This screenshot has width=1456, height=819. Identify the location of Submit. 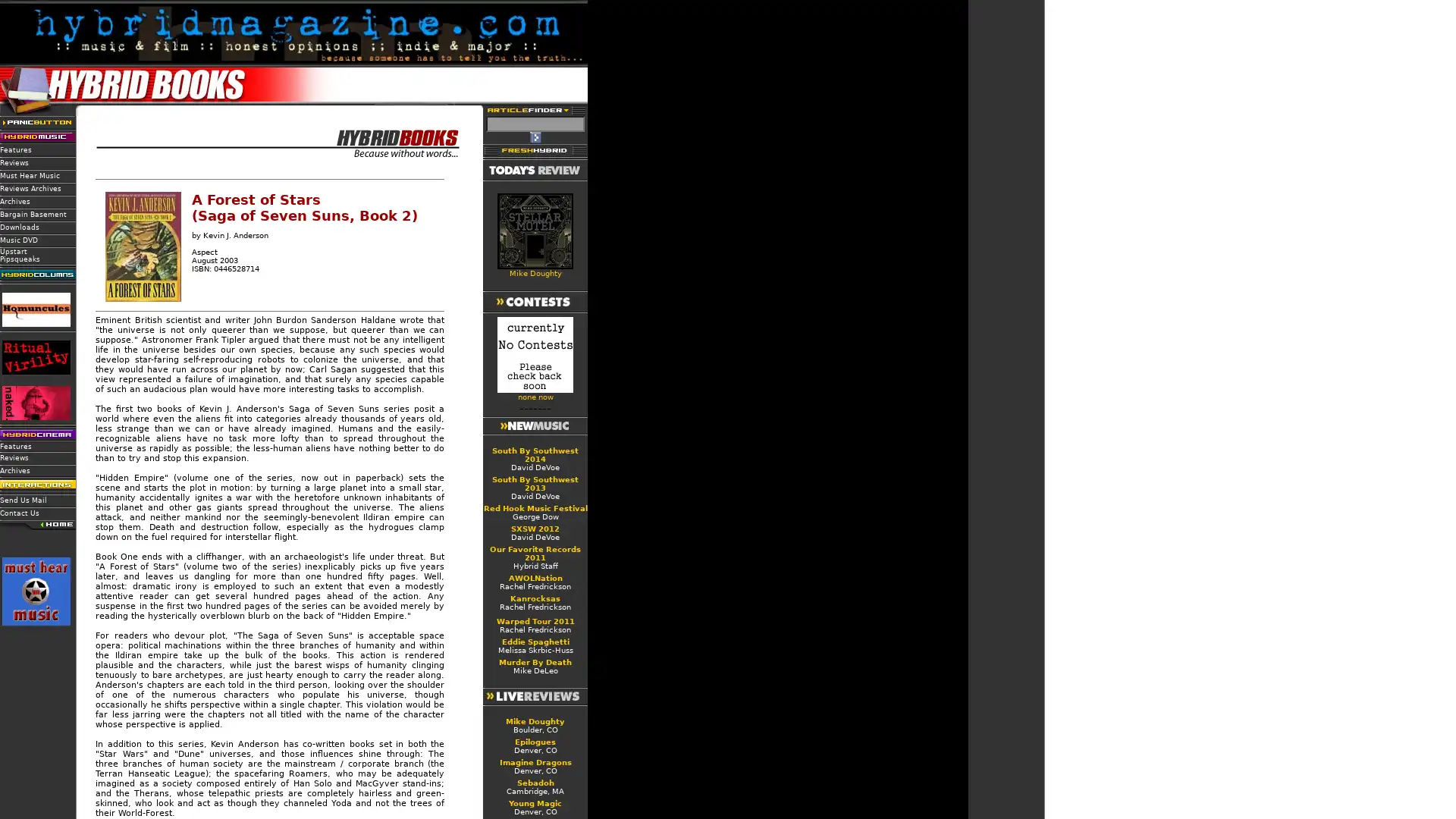
(535, 137).